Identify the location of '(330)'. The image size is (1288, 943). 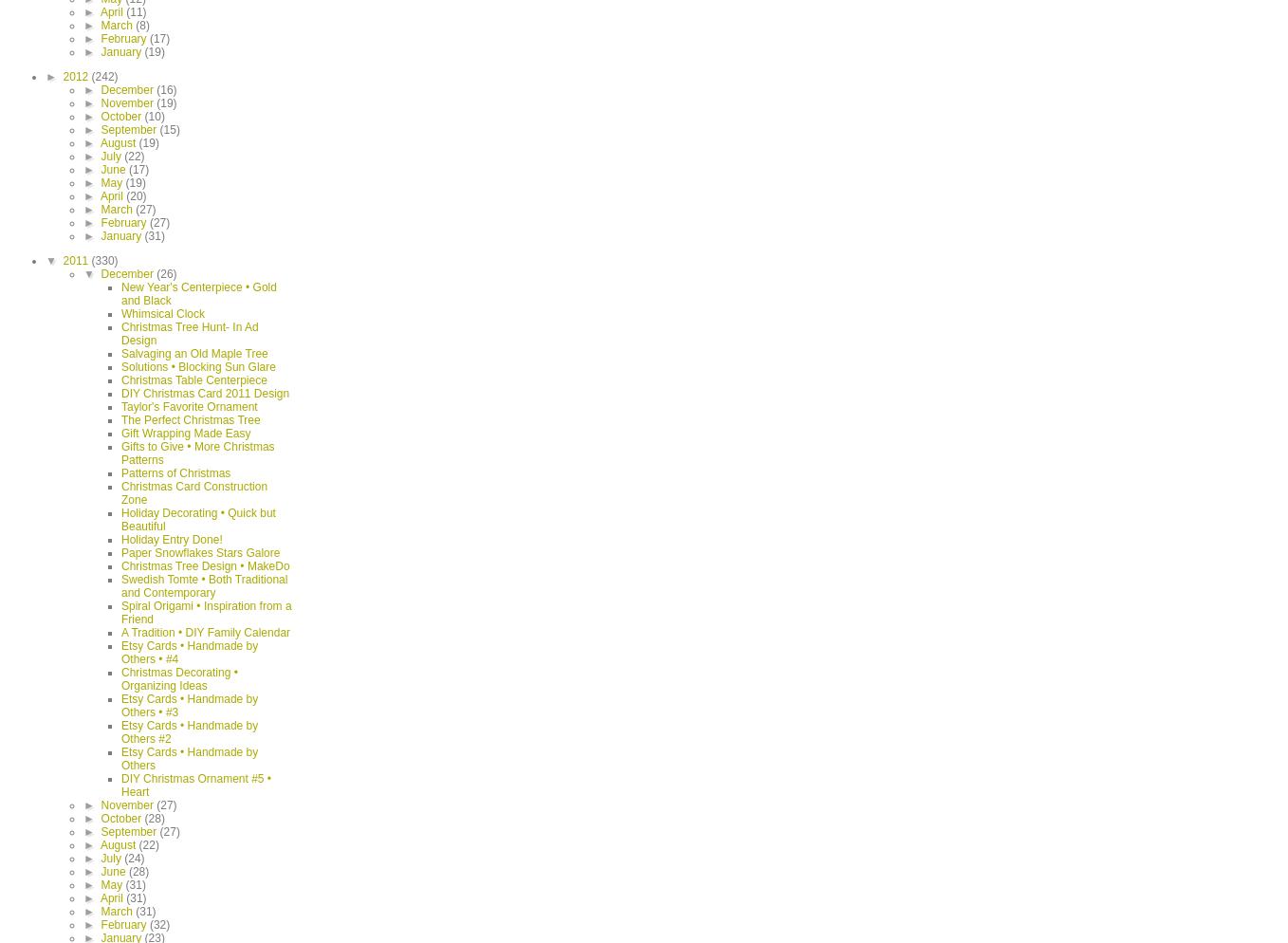
(102, 259).